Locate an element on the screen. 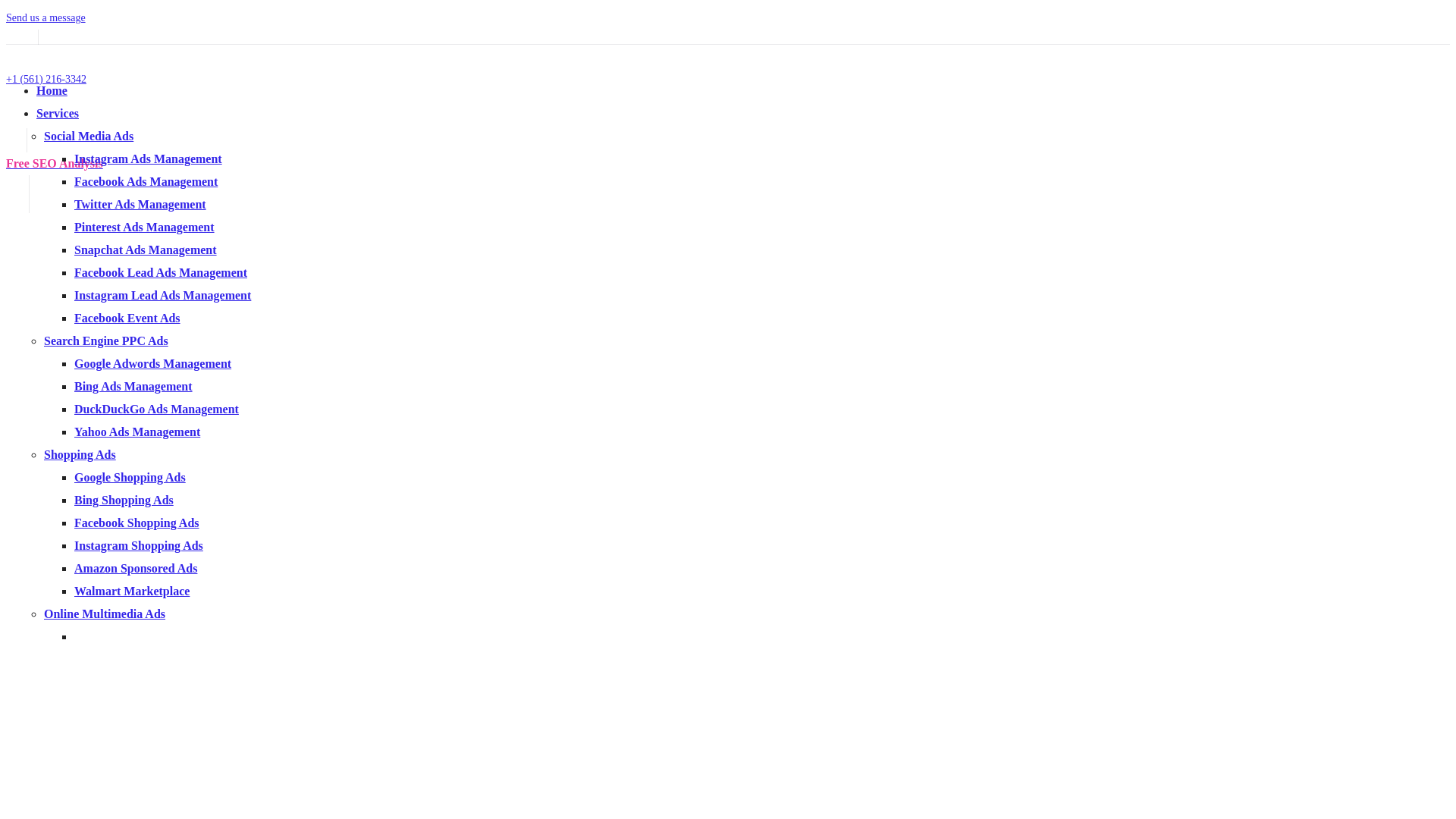 Image resolution: width=1456 pixels, height=819 pixels. 'Services' is located at coordinates (58, 112).